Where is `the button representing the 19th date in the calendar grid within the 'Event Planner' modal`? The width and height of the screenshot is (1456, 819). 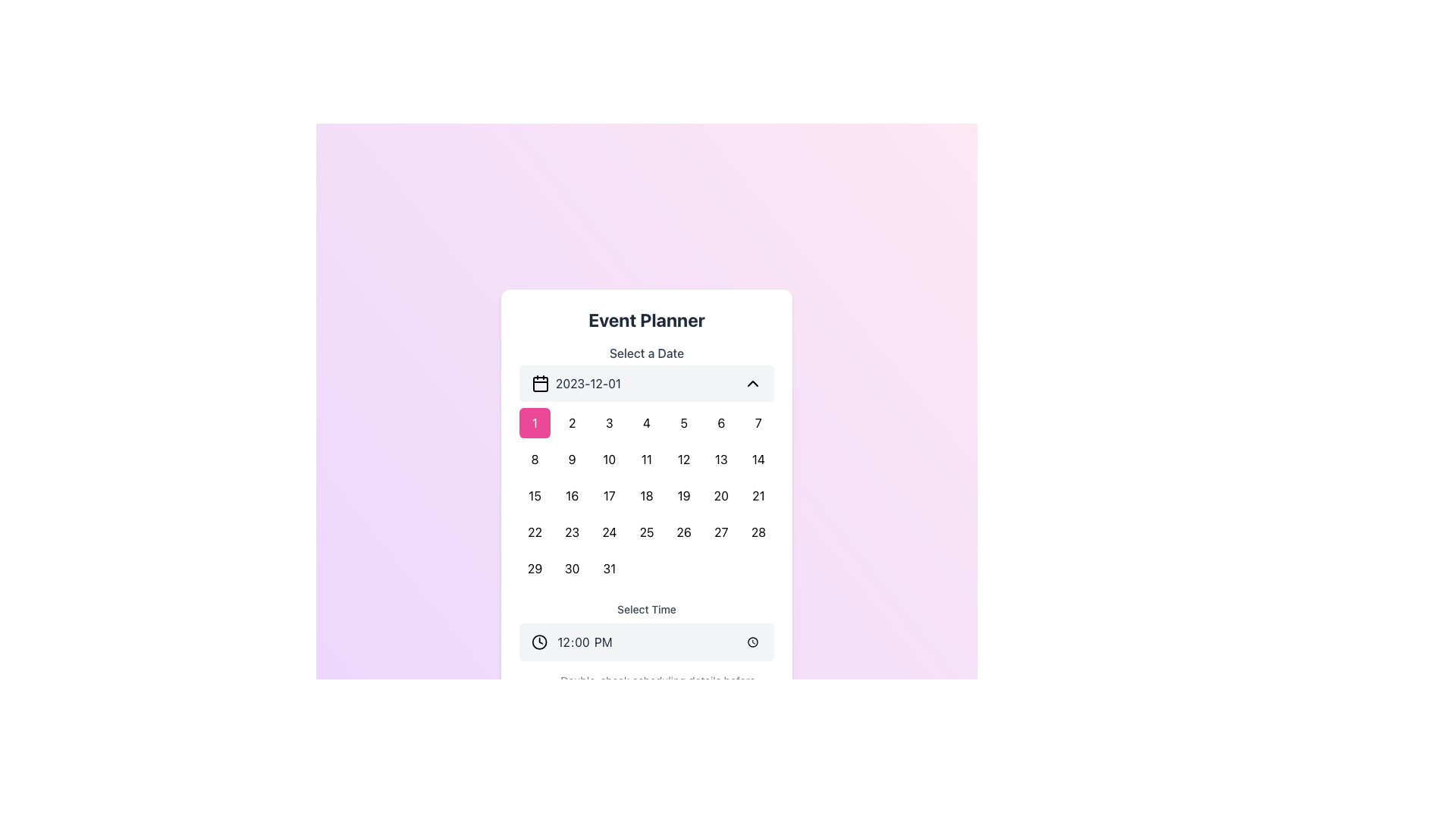
the button representing the 19th date in the calendar grid within the 'Event Planner' modal is located at coordinates (683, 496).